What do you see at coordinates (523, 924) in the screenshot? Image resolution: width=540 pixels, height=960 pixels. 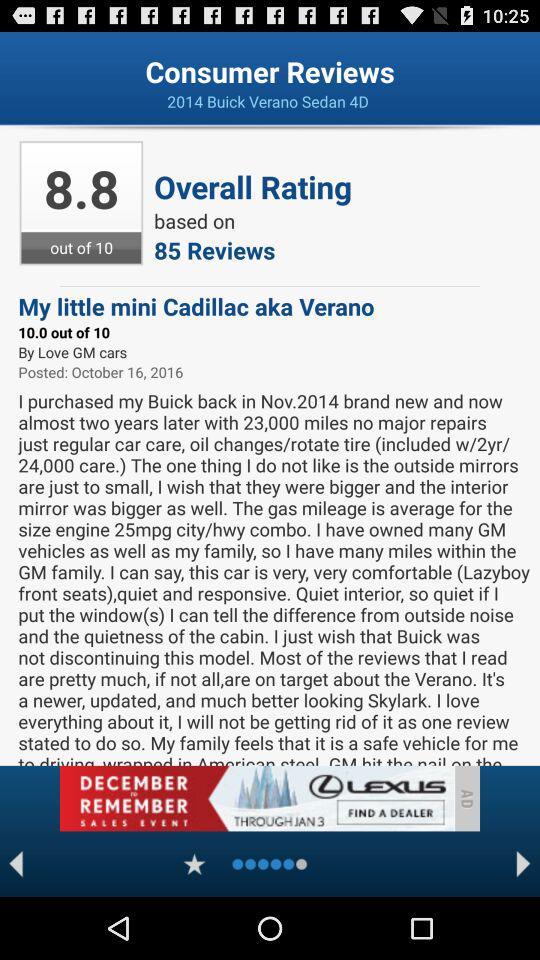 I see `the play icon` at bounding box center [523, 924].